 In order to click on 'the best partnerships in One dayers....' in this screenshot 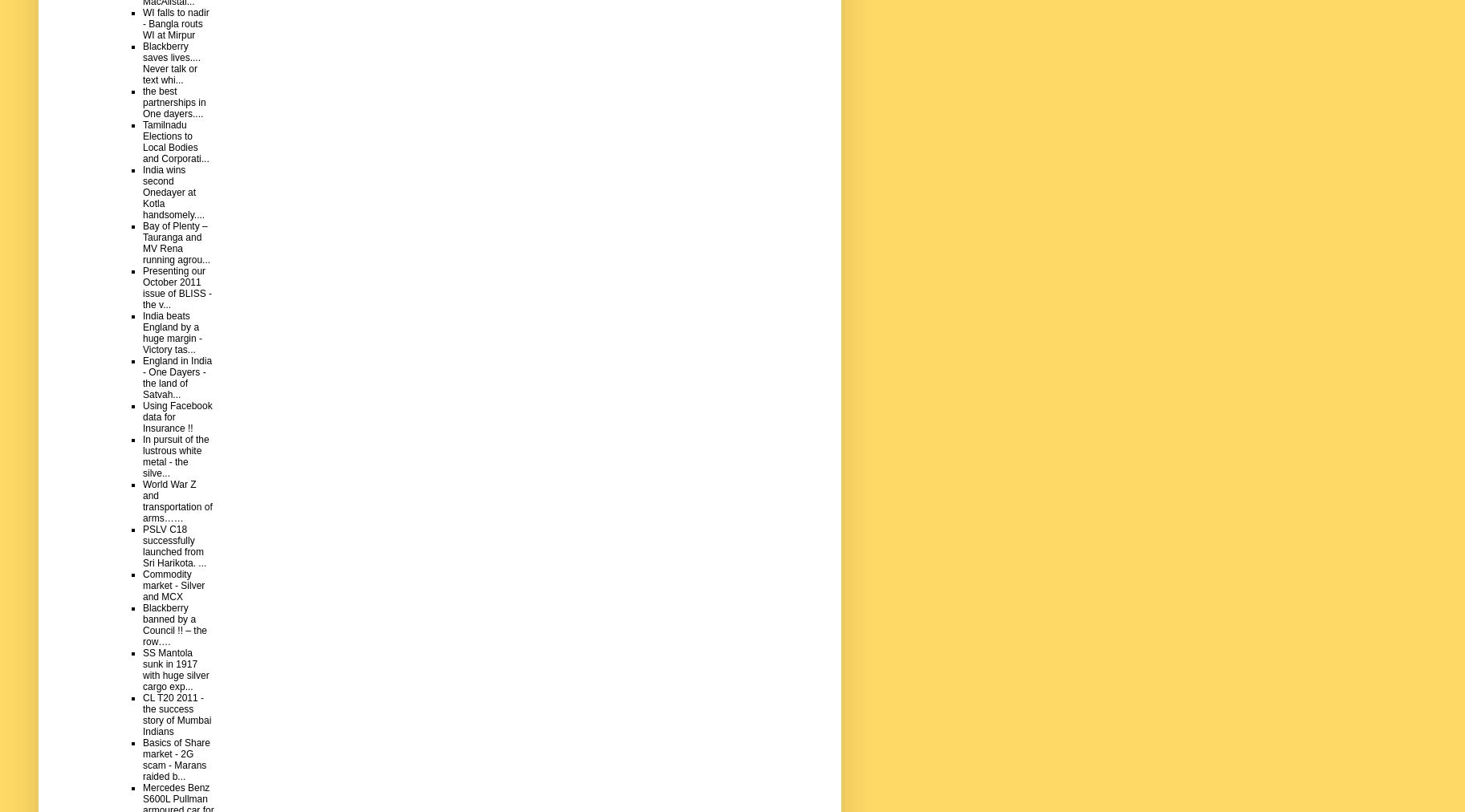, I will do `click(173, 101)`.